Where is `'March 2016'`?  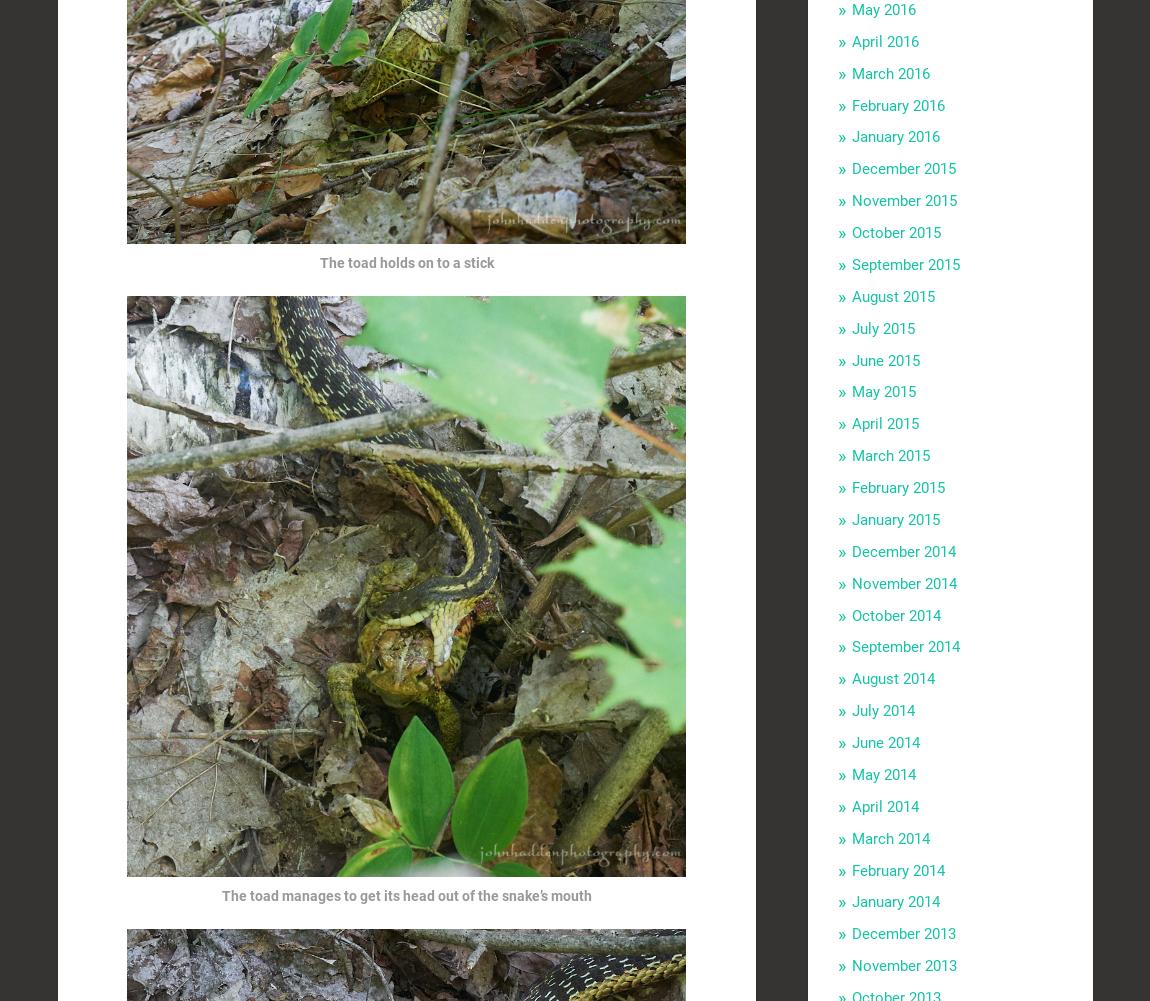 'March 2016' is located at coordinates (889, 72).